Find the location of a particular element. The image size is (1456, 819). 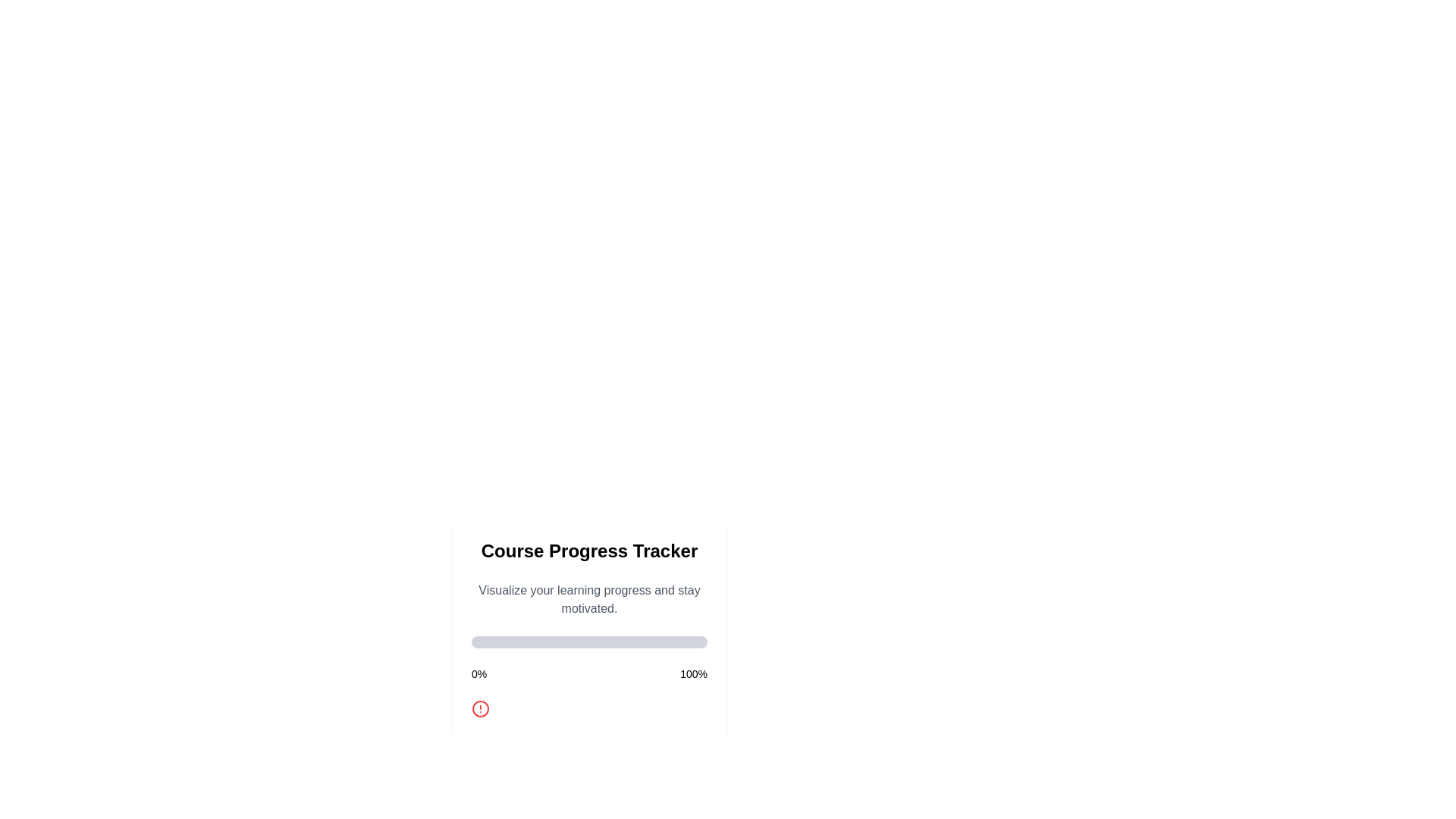

motivational text located directly below the 'Course Progress Tracker' title and above the horizontal progress bar is located at coordinates (588, 598).